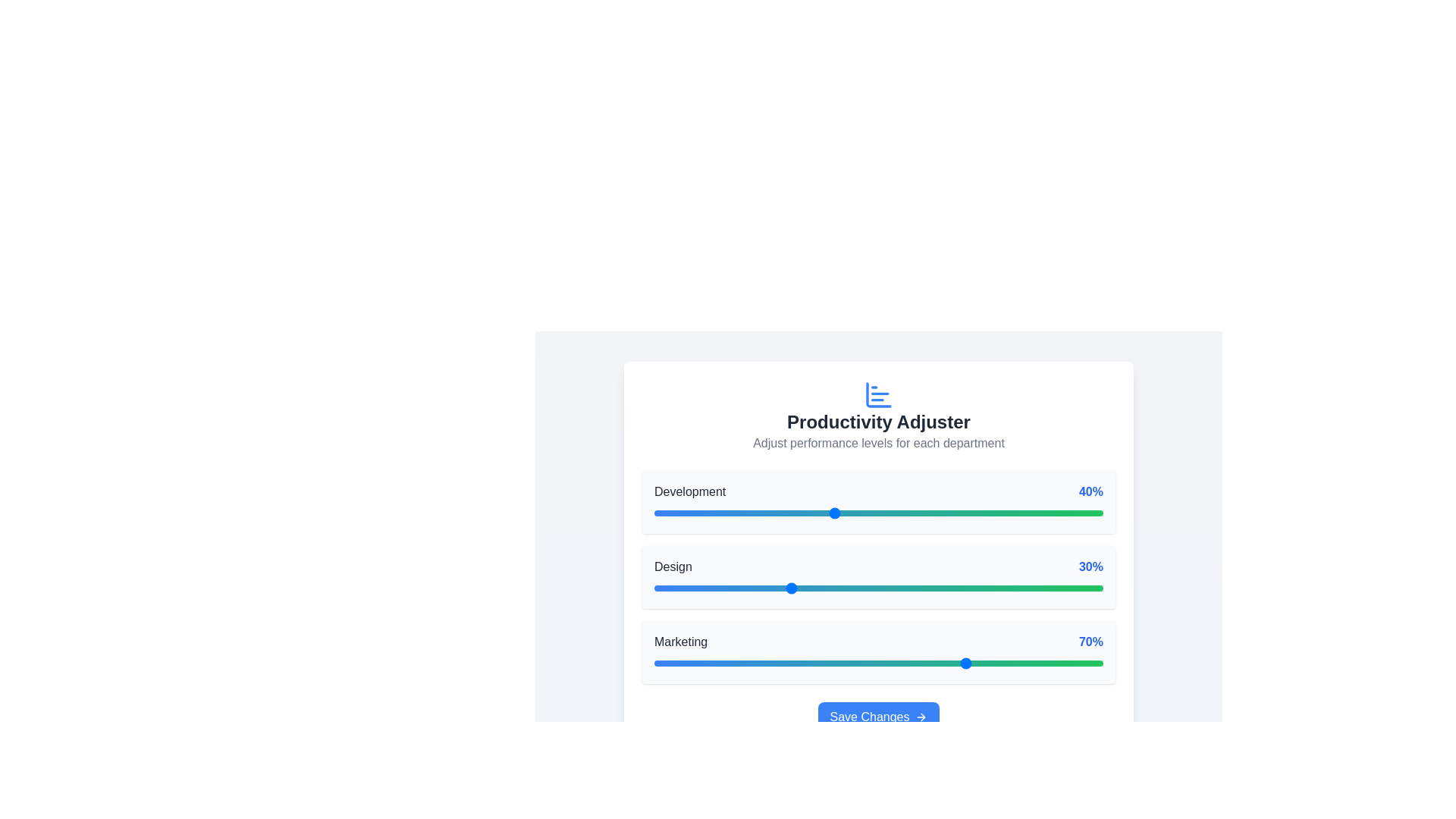 The image size is (1456, 819). I want to click on the rightward arrow icon that is part of the 'Save Changes' button, located at the bottom of the interface, so click(921, 717).